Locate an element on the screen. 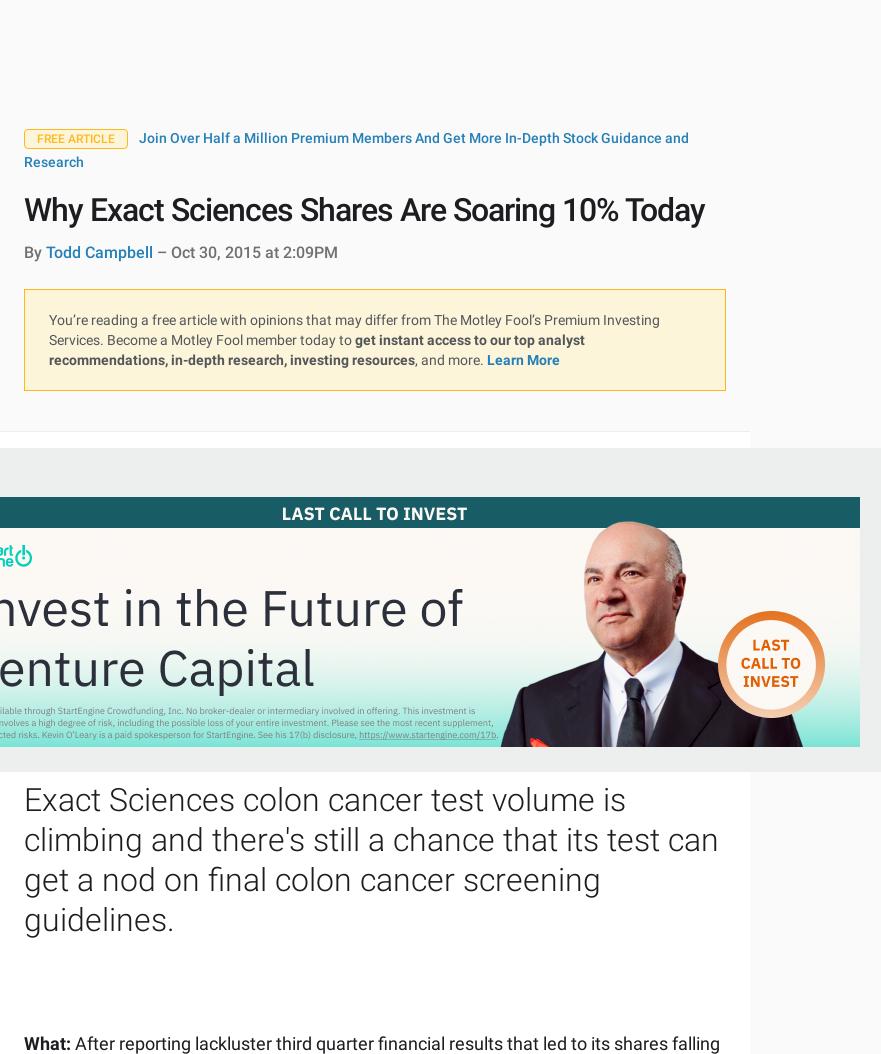 Image resolution: width=881 pixels, height=1054 pixels. 'Join Stock Advisor' is located at coordinates (374, 836).